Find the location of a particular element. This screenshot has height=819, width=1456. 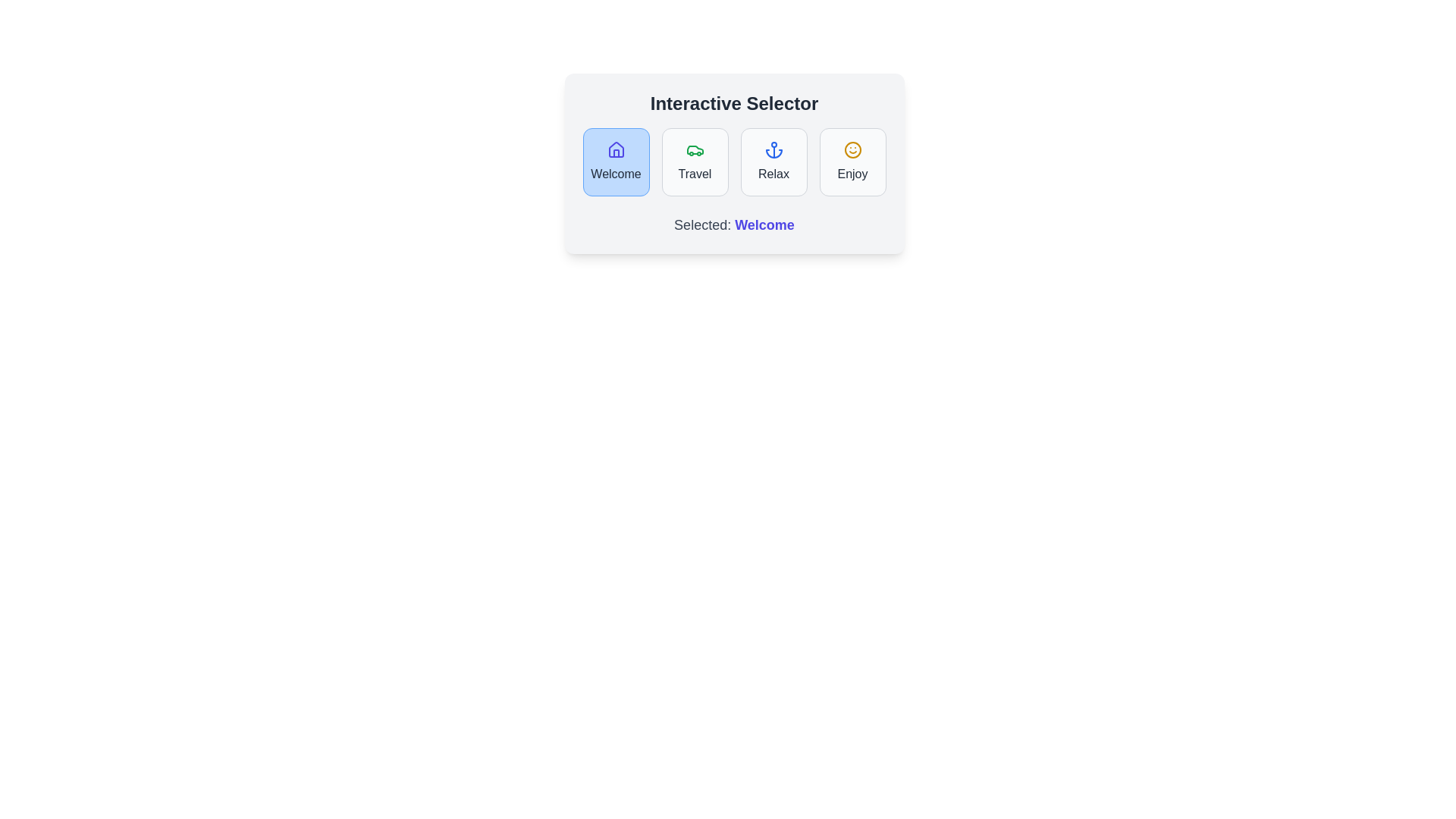

text label 'Travel' located at the bottom-center of the second card from the left in a row of four interactive cards is located at coordinates (694, 174).